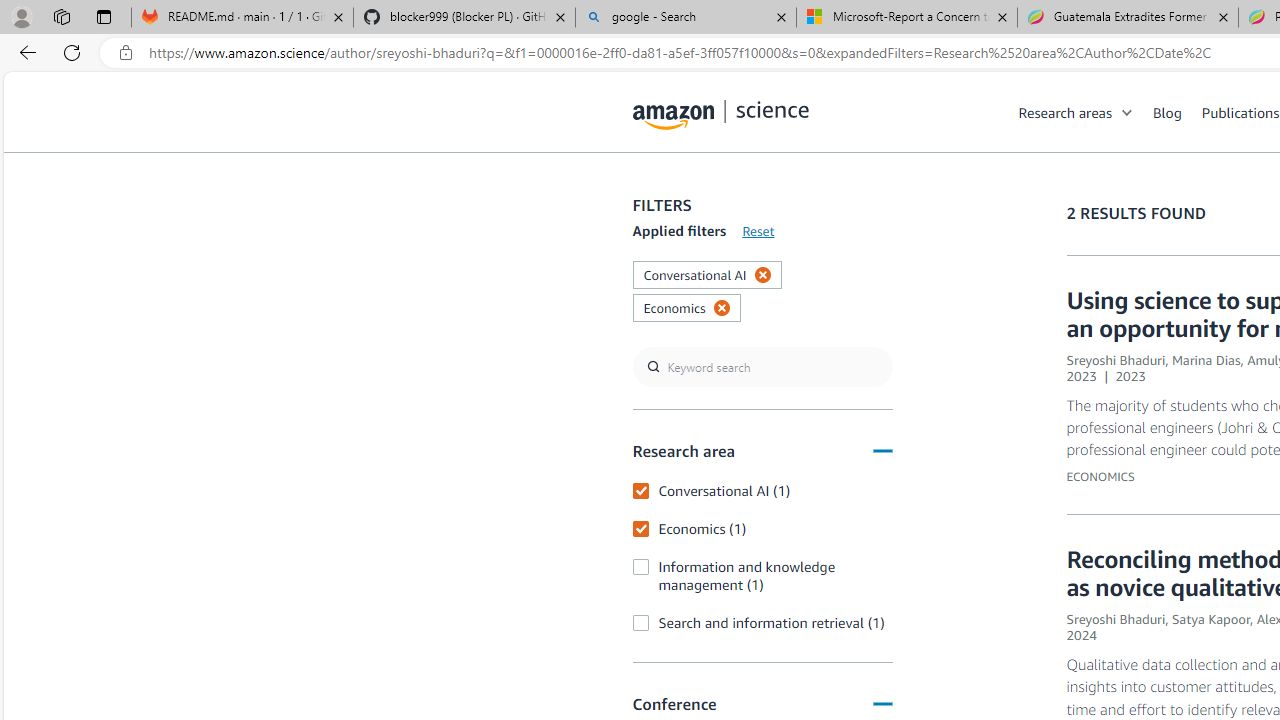  Describe the element at coordinates (1085, 111) in the screenshot. I see `'Research areas'` at that location.